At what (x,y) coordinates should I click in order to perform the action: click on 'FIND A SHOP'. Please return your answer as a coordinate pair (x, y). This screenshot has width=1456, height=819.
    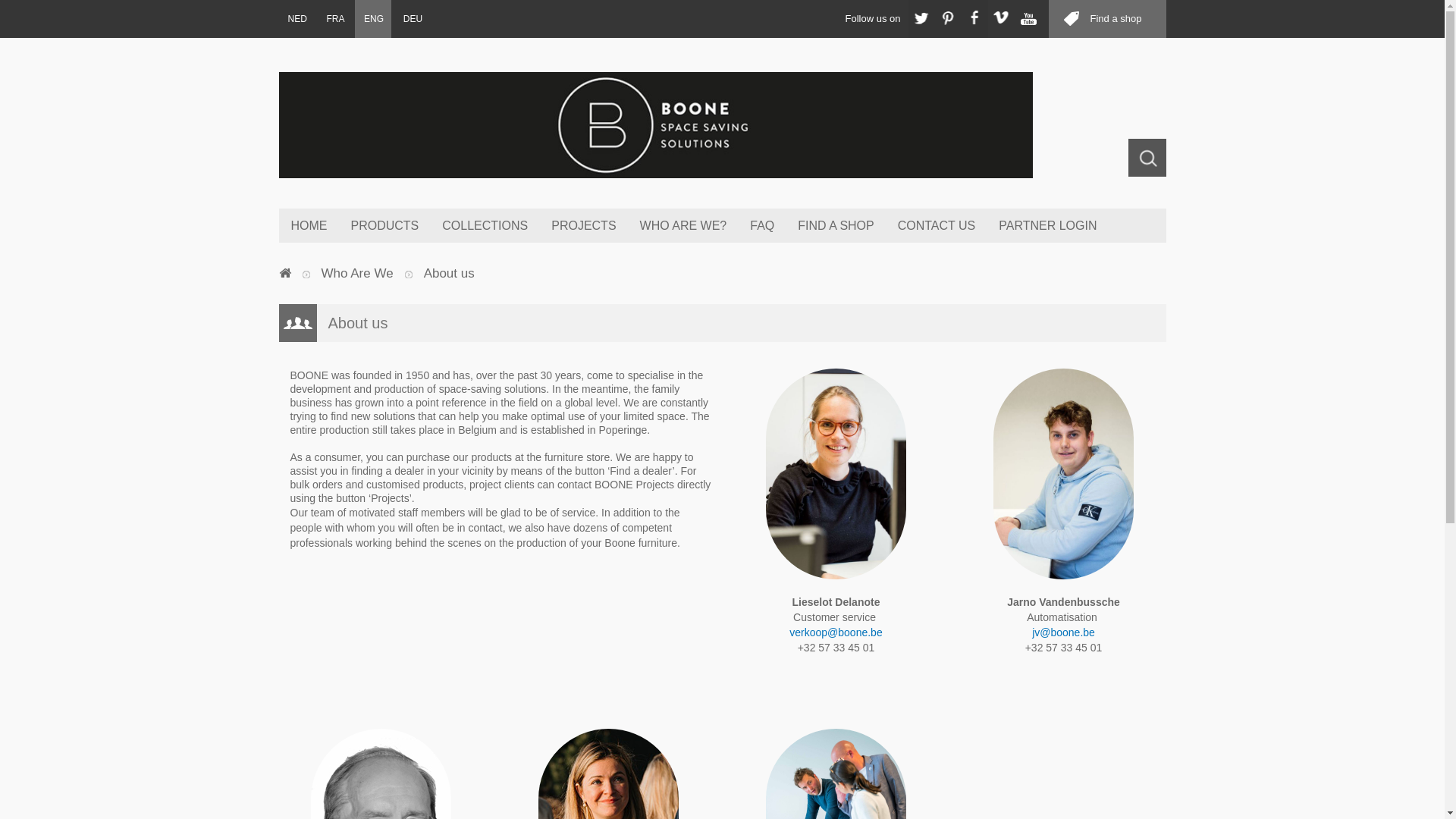
    Looking at the image, I should click on (834, 225).